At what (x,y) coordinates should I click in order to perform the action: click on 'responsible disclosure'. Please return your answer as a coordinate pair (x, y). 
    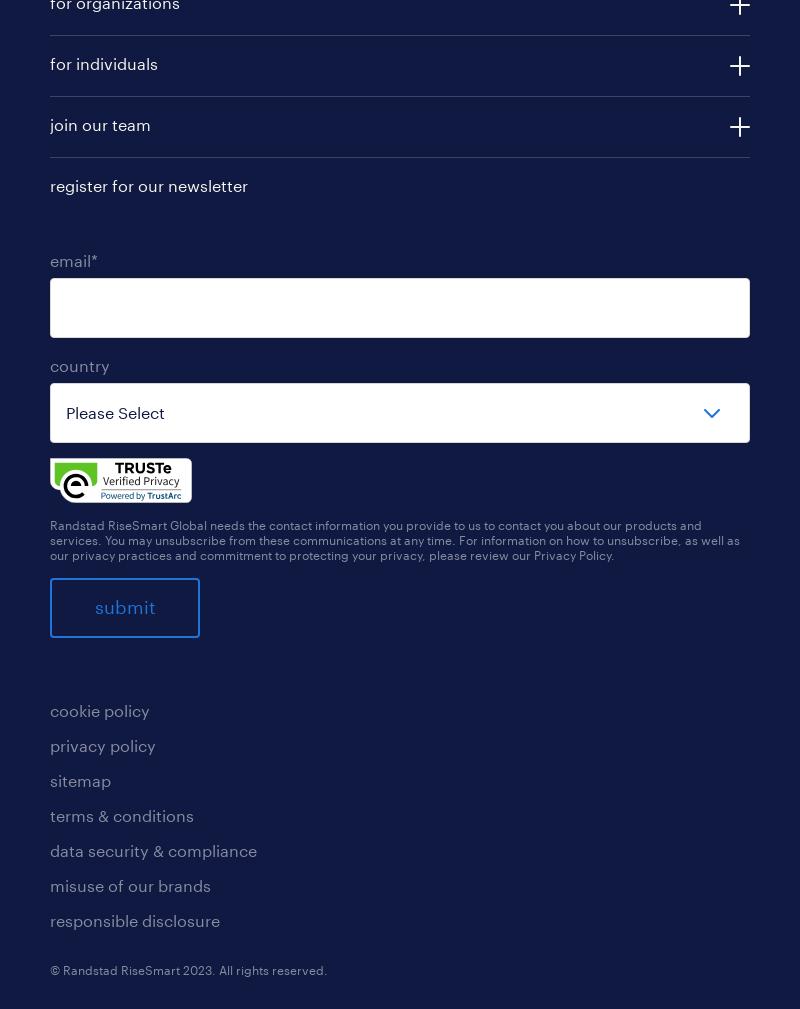
    Looking at the image, I should click on (49, 919).